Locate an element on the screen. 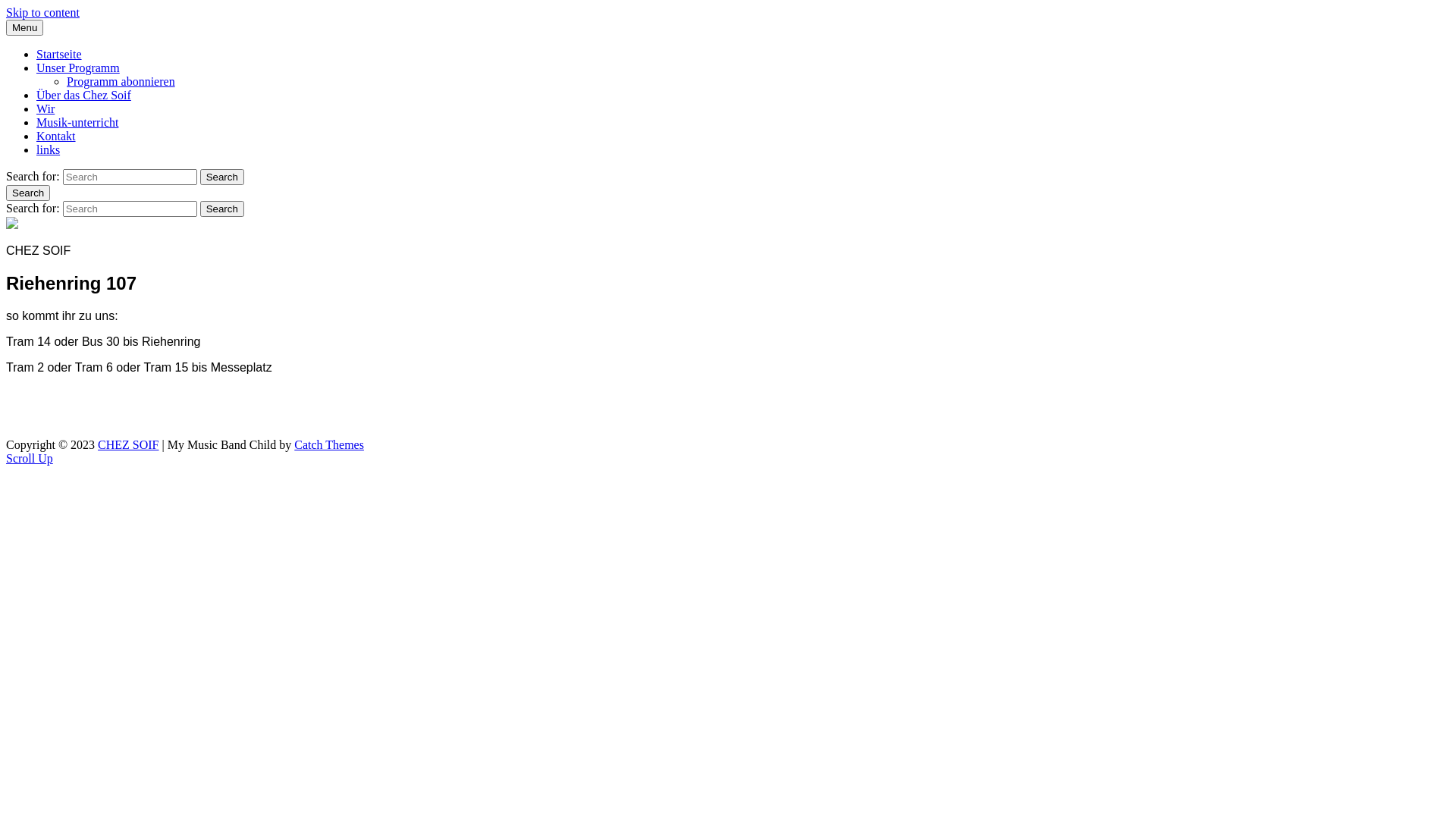  'Startseite' is located at coordinates (58, 53).